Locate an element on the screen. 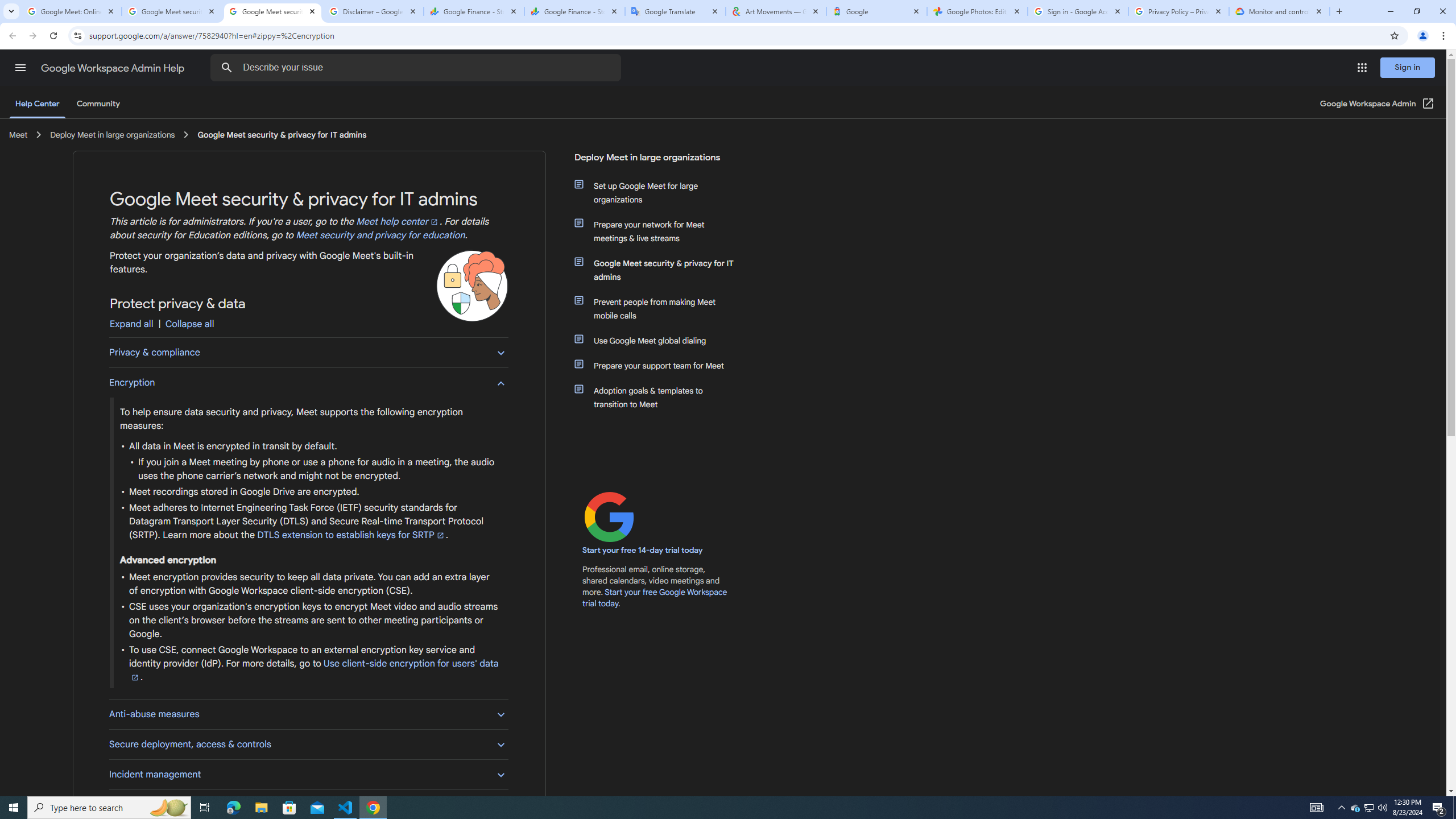 Image resolution: width=1456 pixels, height=819 pixels. 'Start your free 14-day trial today' is located at coordinates (642, 549).